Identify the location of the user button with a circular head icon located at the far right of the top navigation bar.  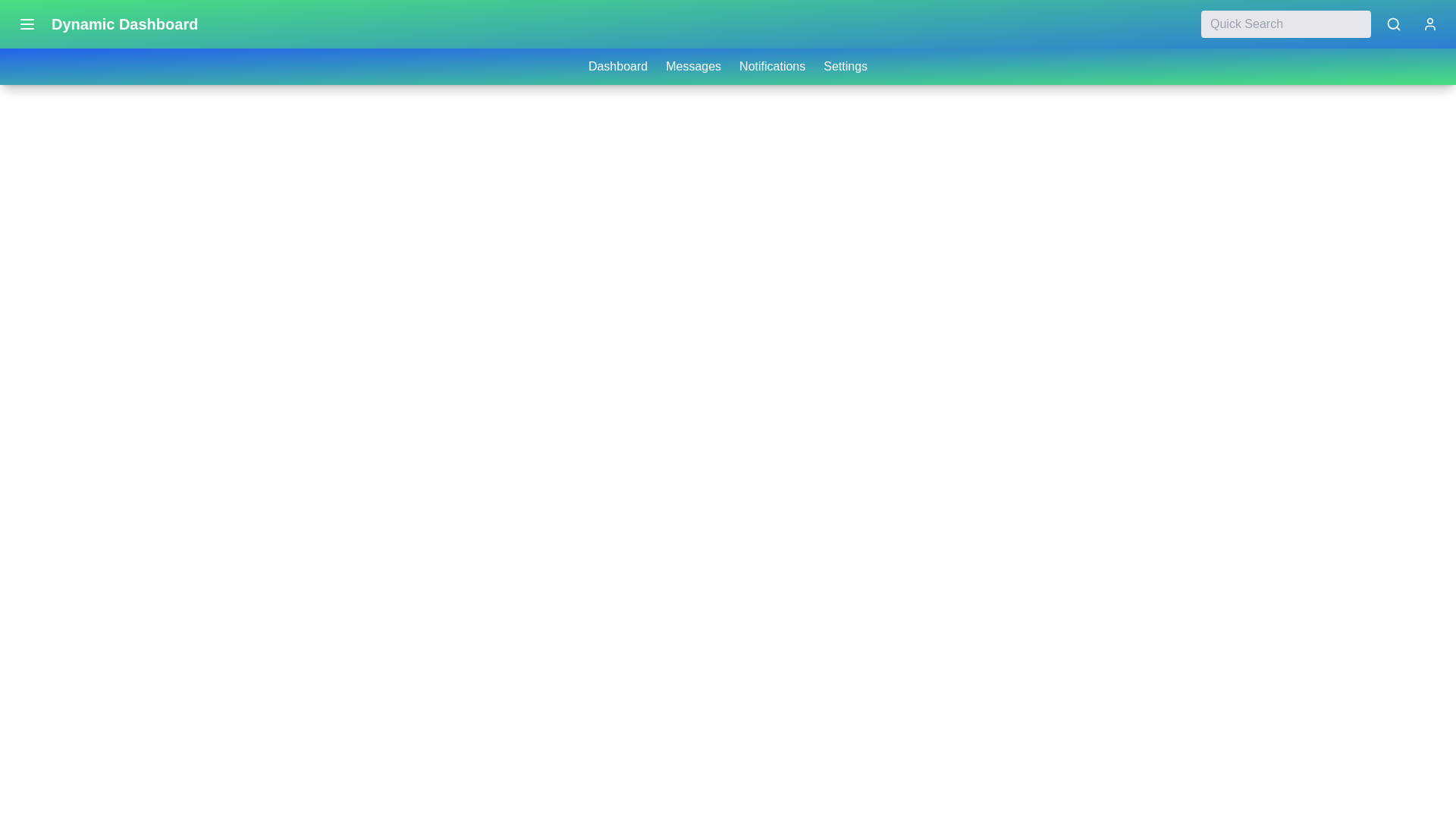
(1429, 24).